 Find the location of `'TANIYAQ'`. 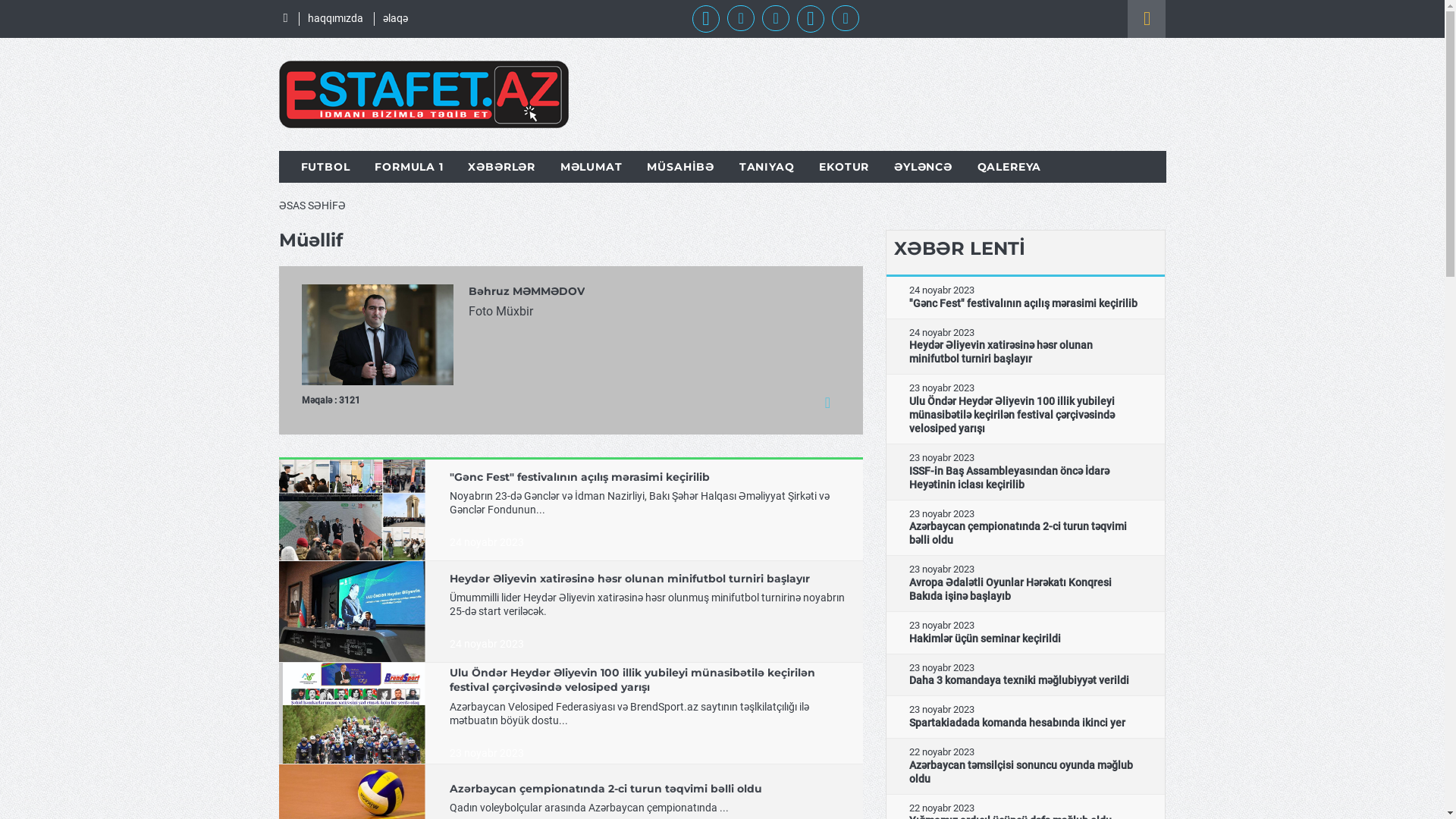

'TANIYAQ' is located at coordinates (767, 166).